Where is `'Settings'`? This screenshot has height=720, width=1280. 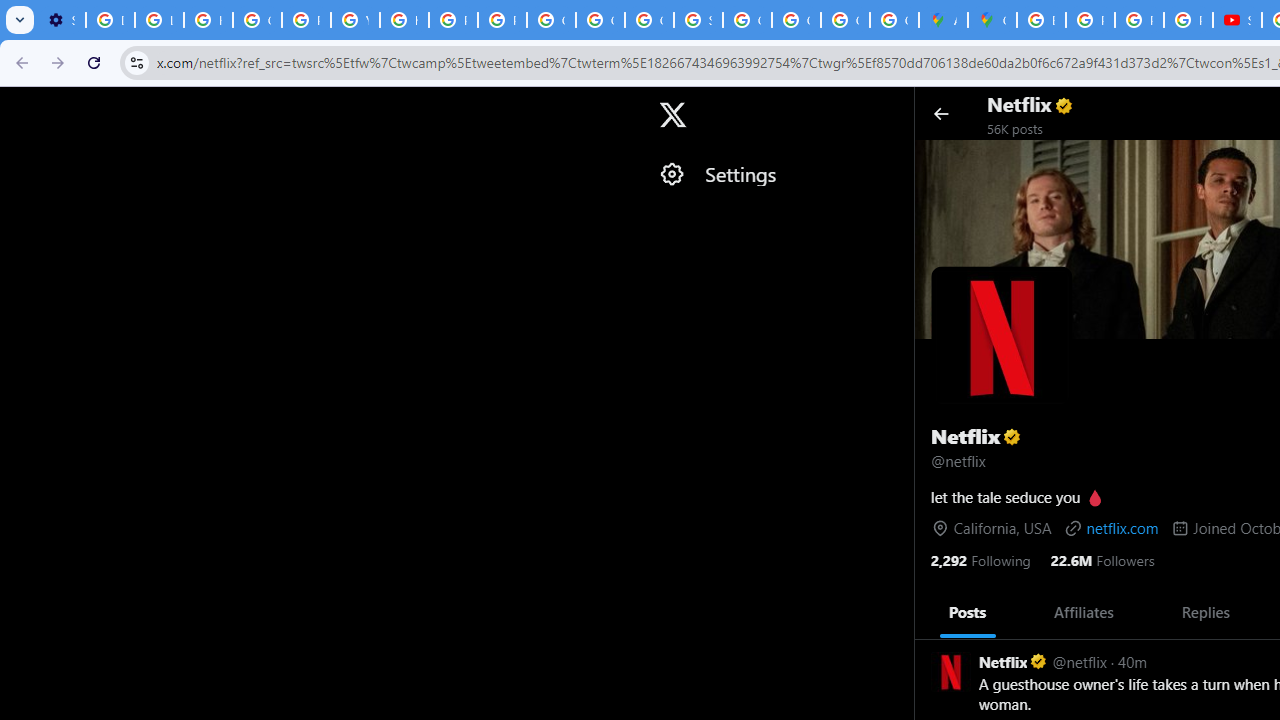
'Settings' is located at coordinates (775, 173).